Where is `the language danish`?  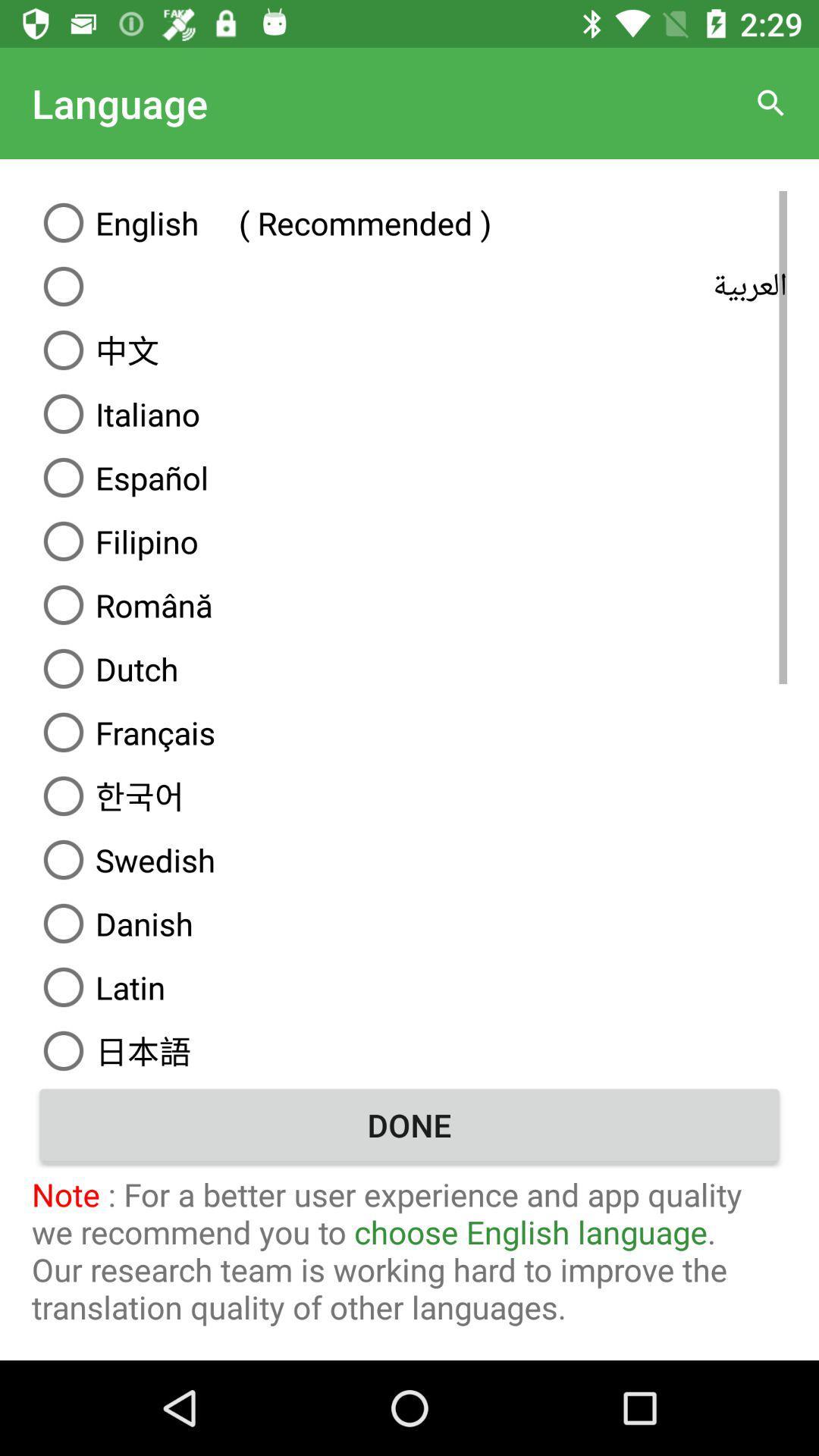 the language danish is located at coordinates (409, 923).